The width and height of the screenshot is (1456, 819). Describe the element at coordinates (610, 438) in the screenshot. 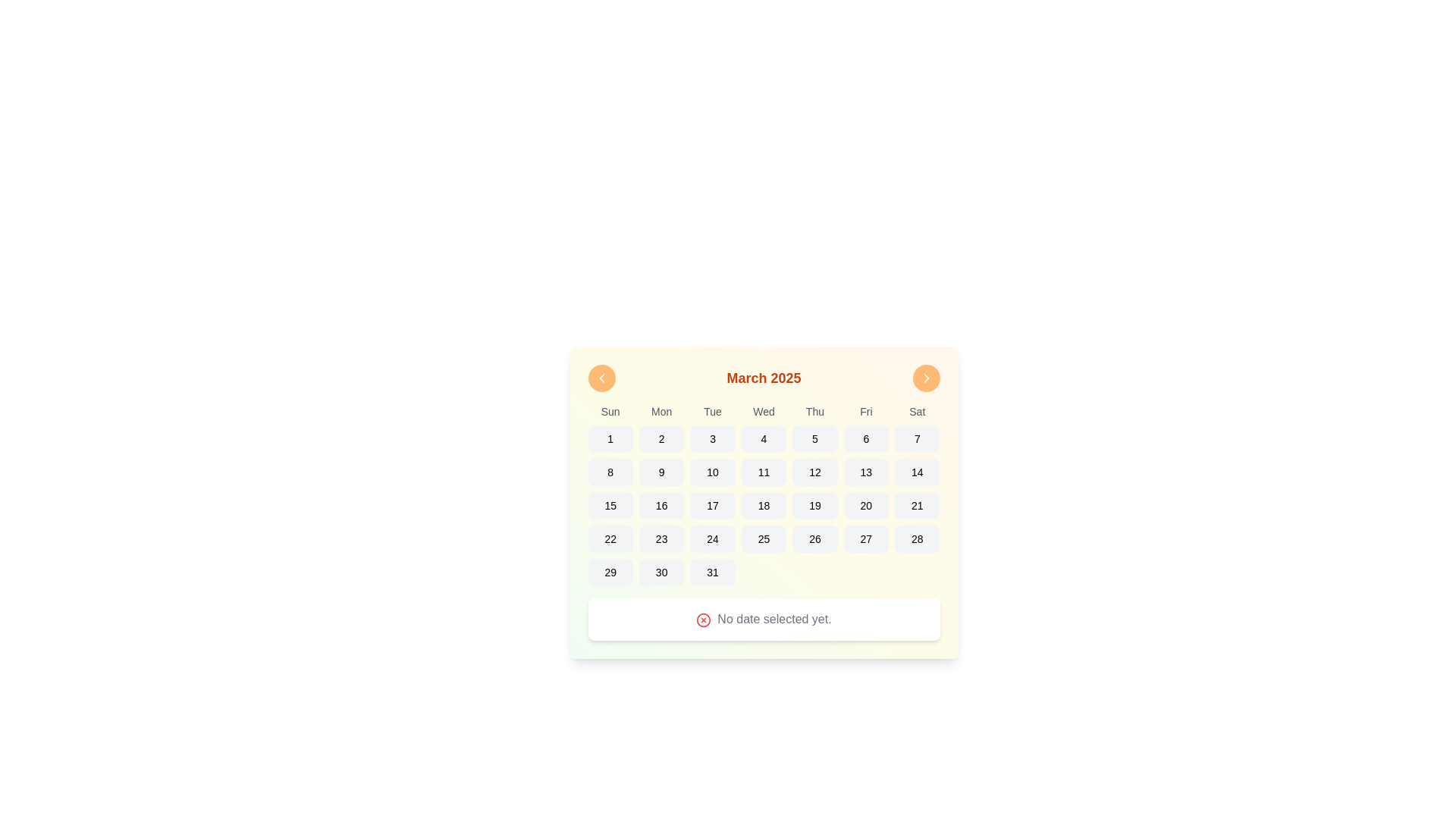

I see `the interactive button labeled '1' in the calendar grid, located under the 'Sun' header` at that location.